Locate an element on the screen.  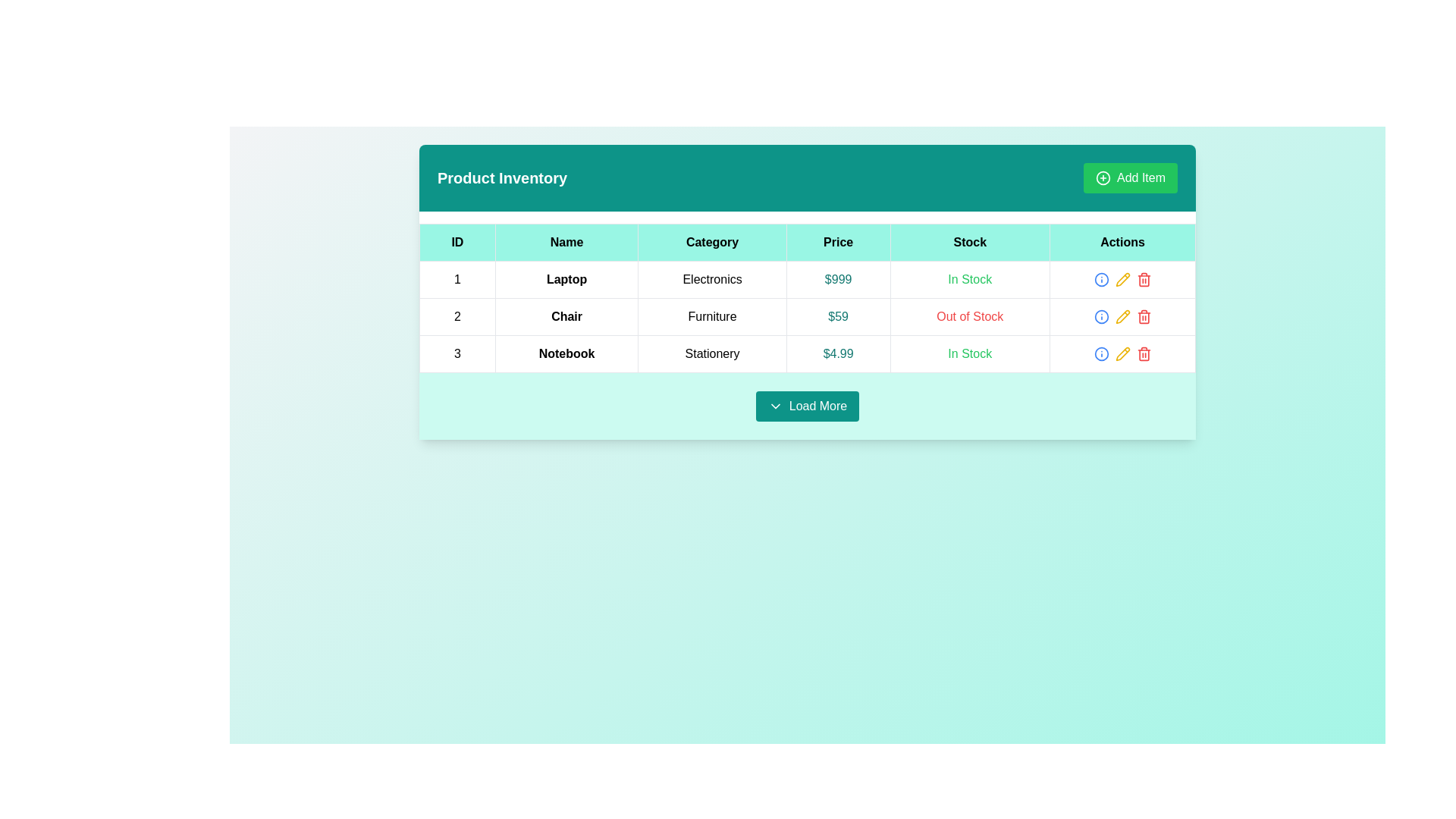
the 'Chair' text label, which is displayed in bold style in the second row and second column of a table under the 'Name' header is located at coordinates (566, 315).